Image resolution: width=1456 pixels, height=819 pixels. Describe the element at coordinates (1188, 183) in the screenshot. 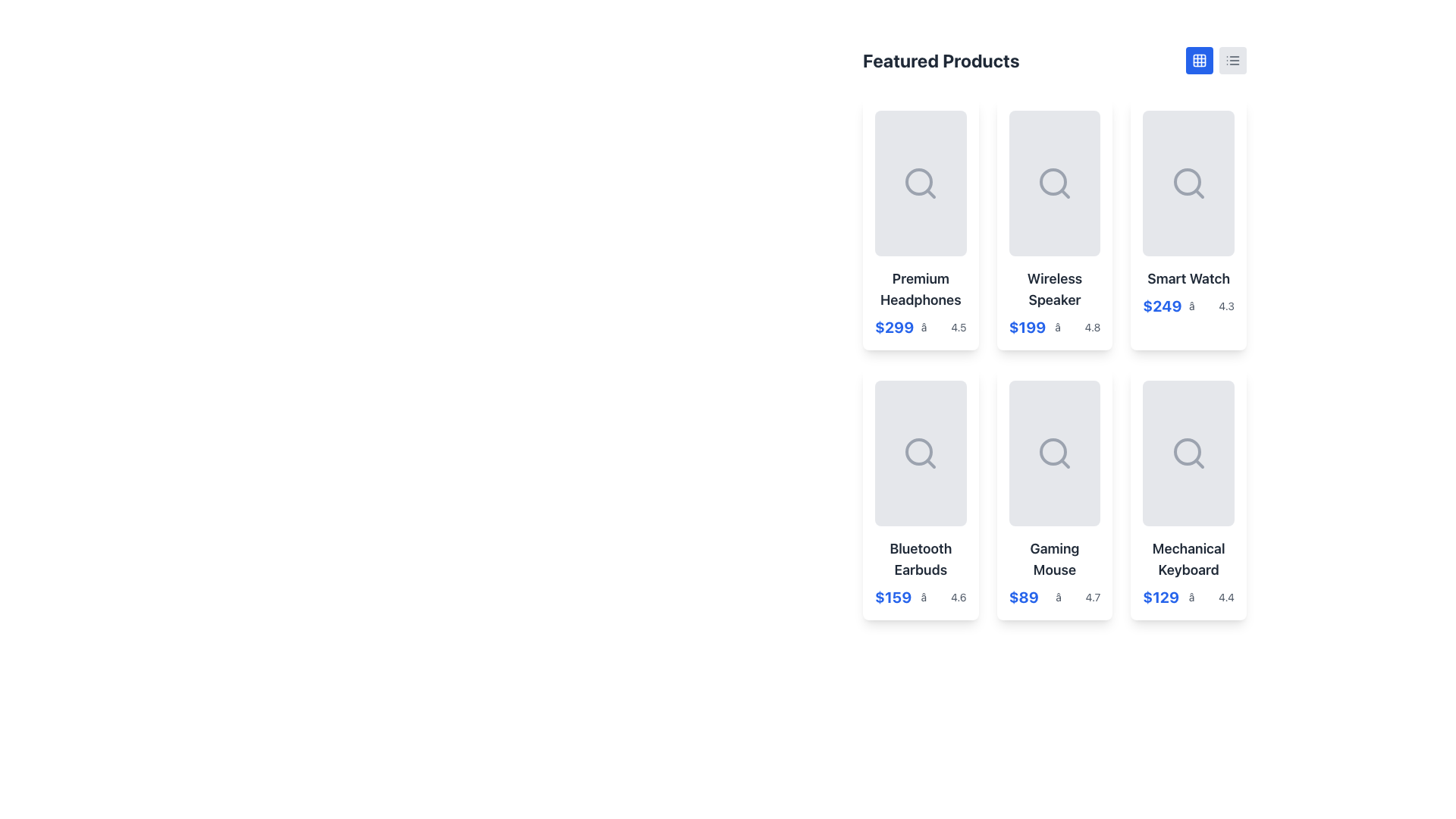

I see `the rectangular placeholder with a light gray background and a centered magnifying glass icon, located in the top-right section of the 'Smart Watch' card` at that location.